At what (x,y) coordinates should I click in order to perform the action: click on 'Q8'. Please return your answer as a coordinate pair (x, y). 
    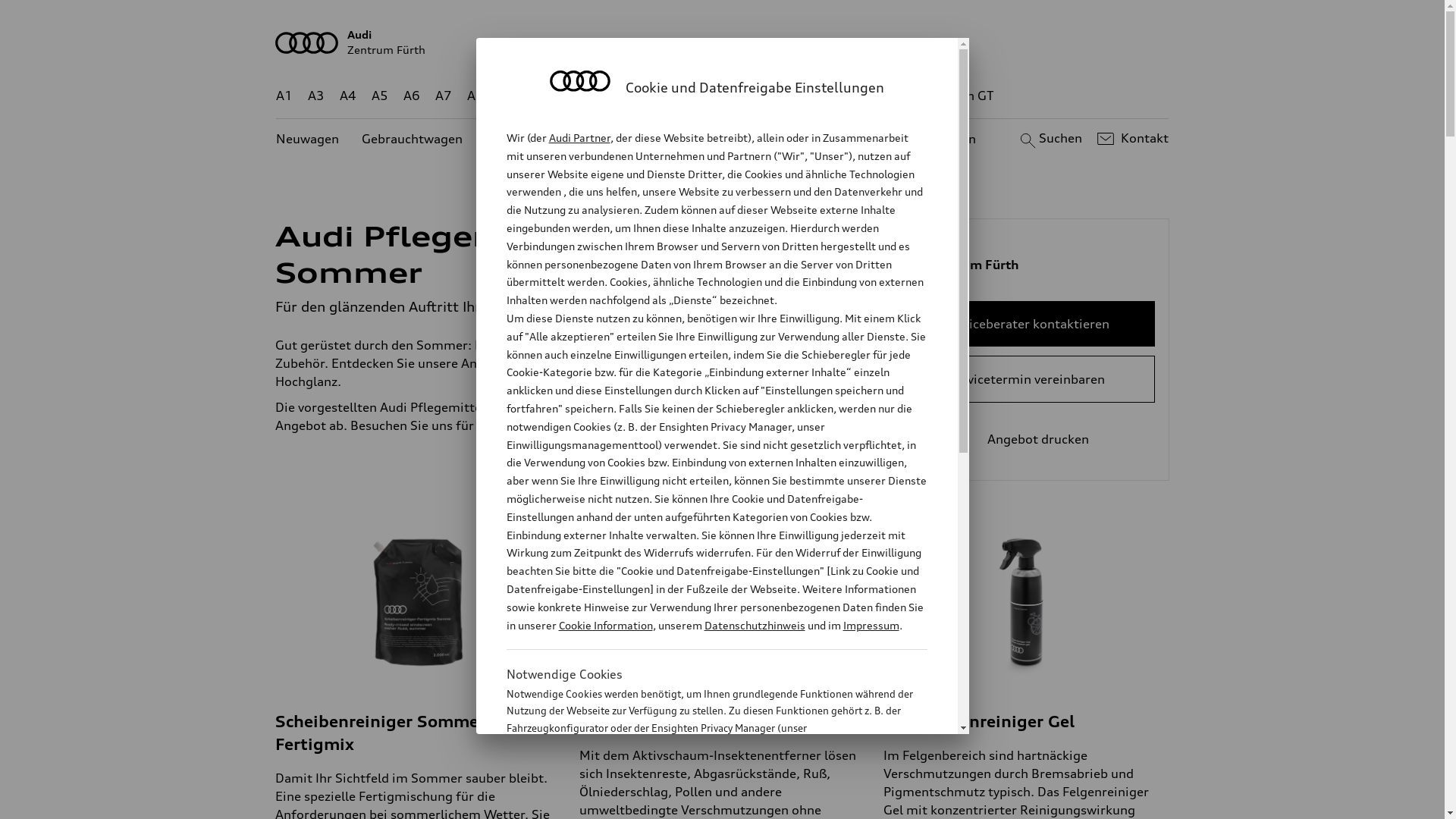
    Looking at the image, I should click on (701, 96).